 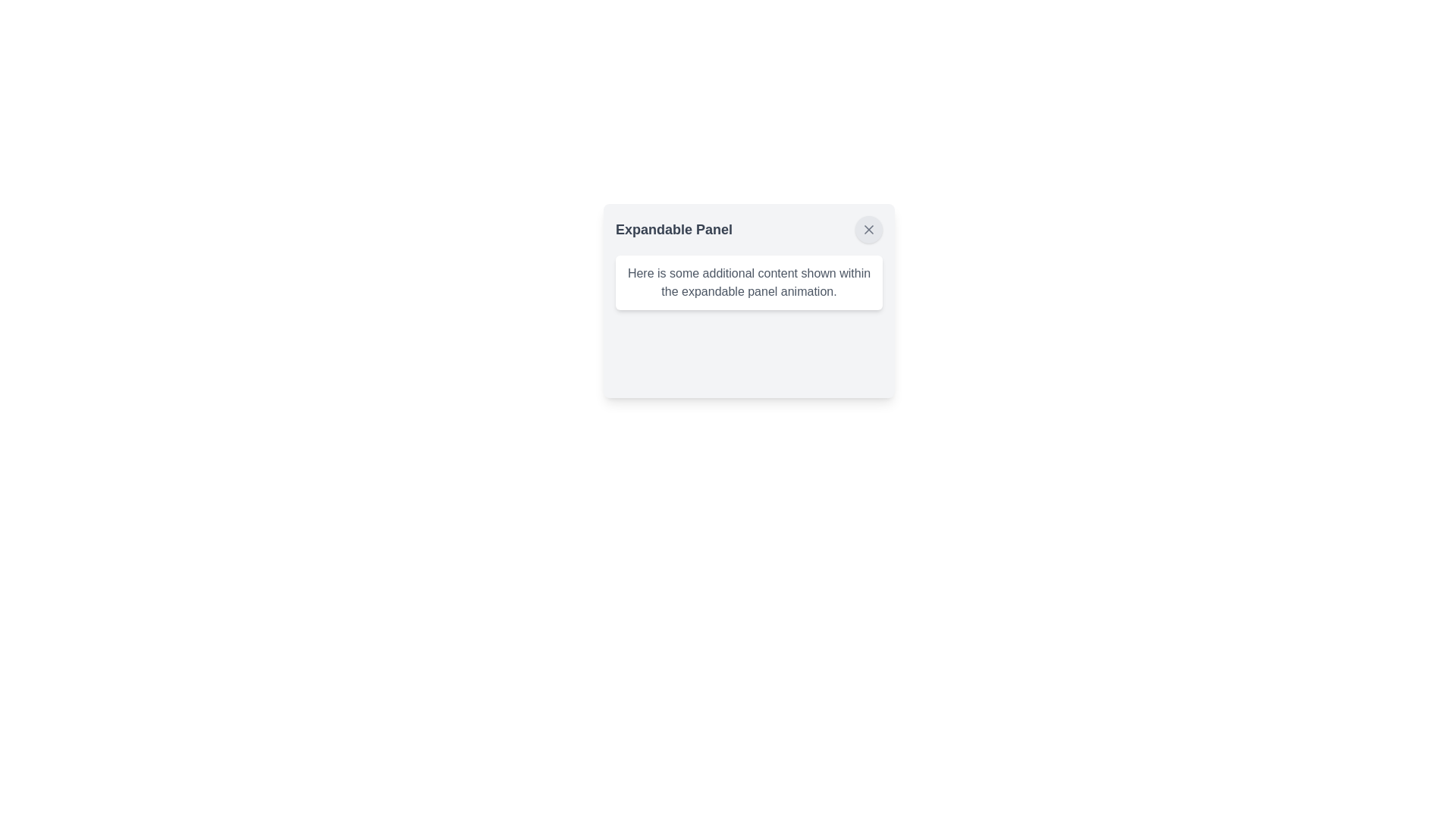 What do you see at coordinates (673, 230) in the screenshot?
I see `the 'Expandable Panel' text label, which is a bold dark gray label positioned at the top-left corner of a panel, preceding an interactive button` at bounding box center [673, 230].